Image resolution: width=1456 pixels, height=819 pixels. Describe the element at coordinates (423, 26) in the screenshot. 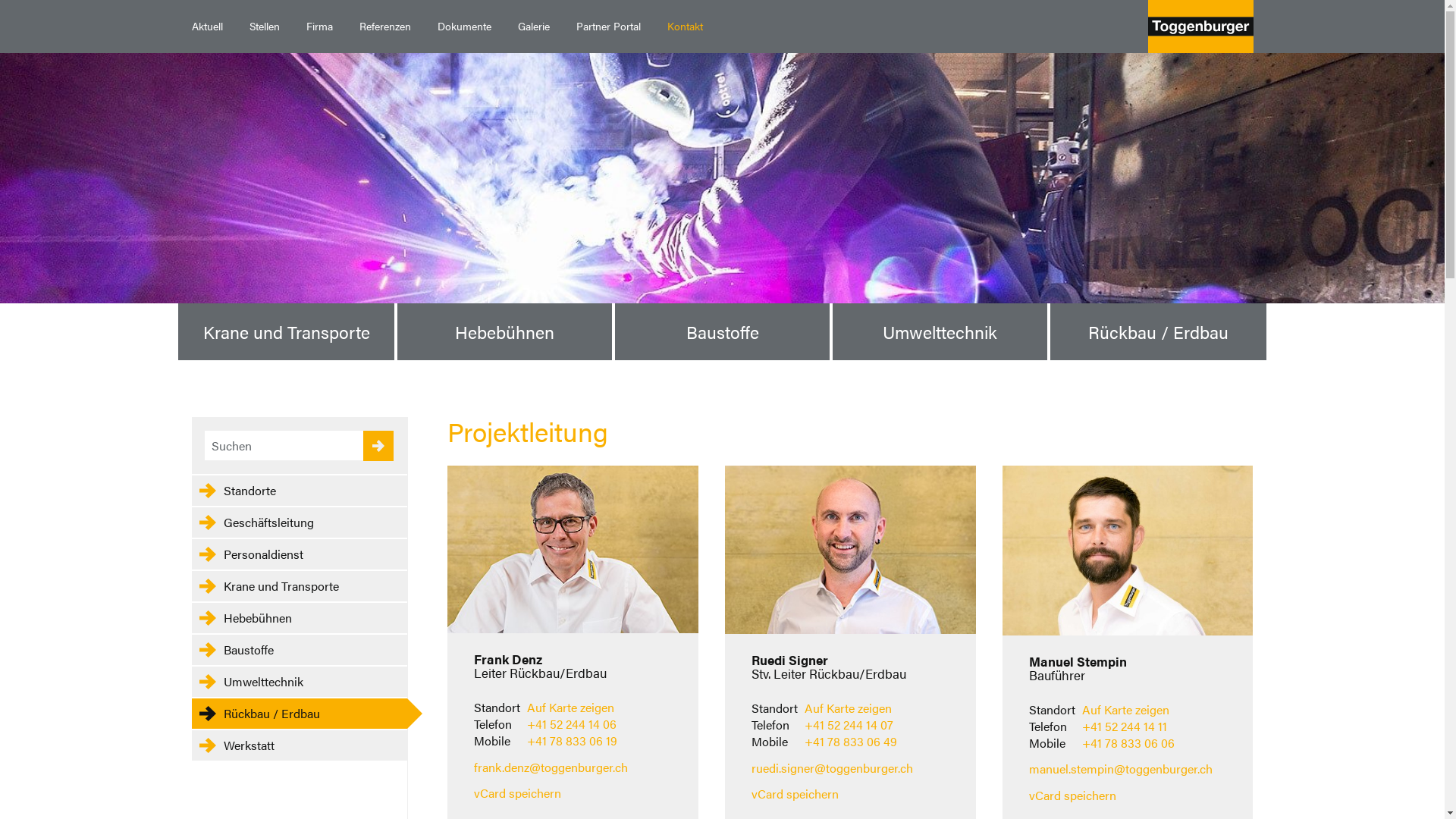

I see `'Dokumente'` at that location.